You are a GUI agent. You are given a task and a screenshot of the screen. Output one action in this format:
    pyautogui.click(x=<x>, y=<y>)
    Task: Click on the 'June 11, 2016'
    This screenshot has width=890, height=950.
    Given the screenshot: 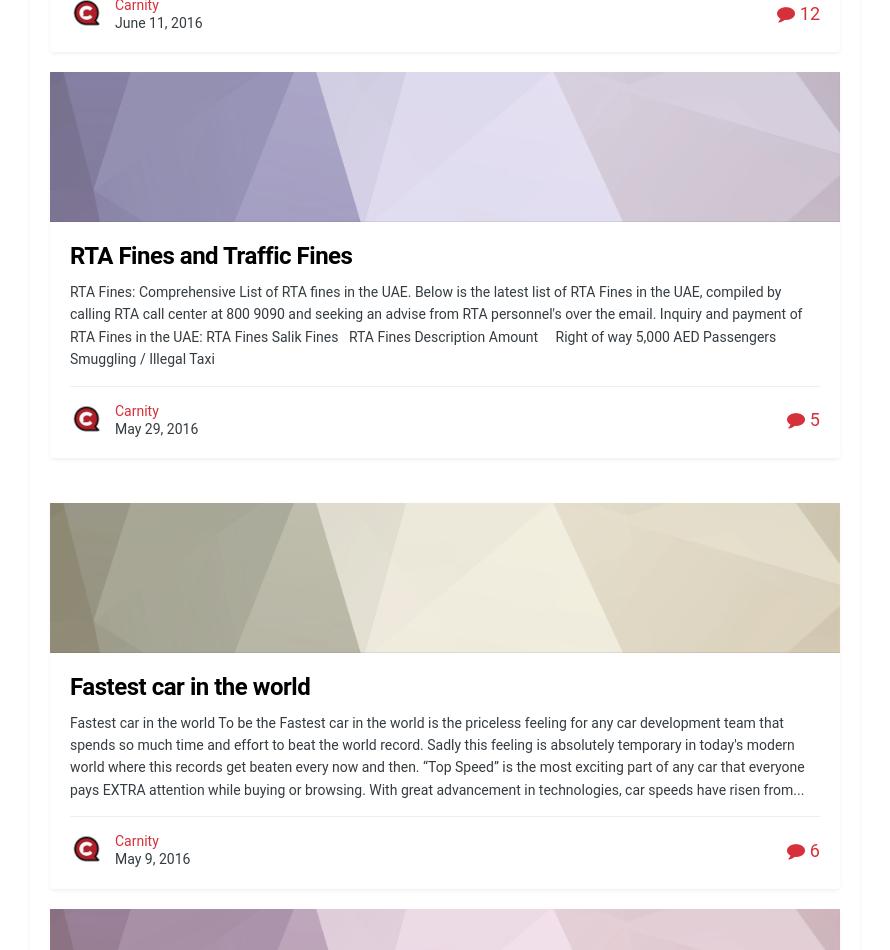 What is the action you would take?
    pyautogui.click(x=158, y=22)
    